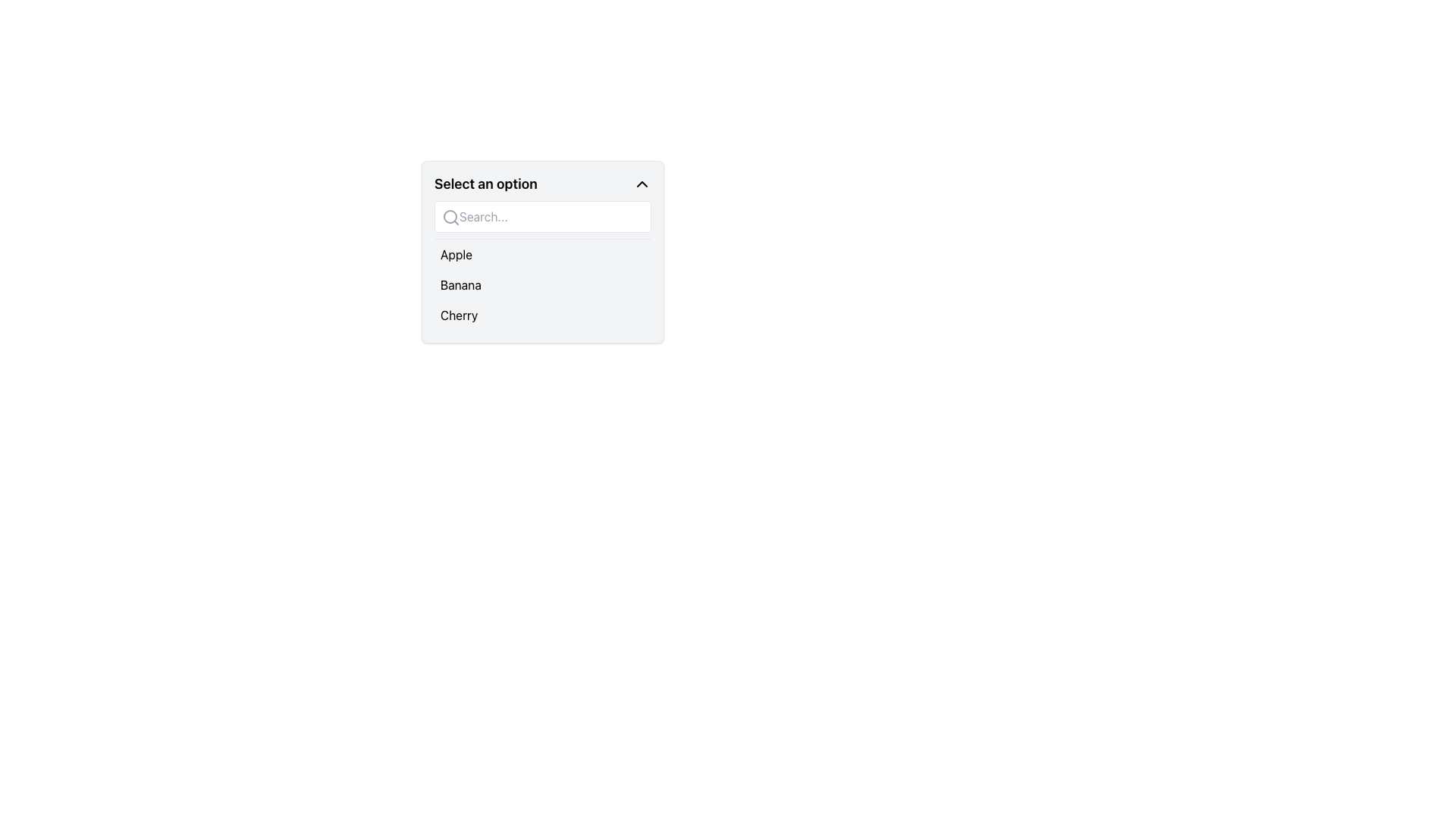  Describe the element at coordinates (542, 284) in the screenshot. I see `the 'Banana' option in the dropdown menu` at that location.